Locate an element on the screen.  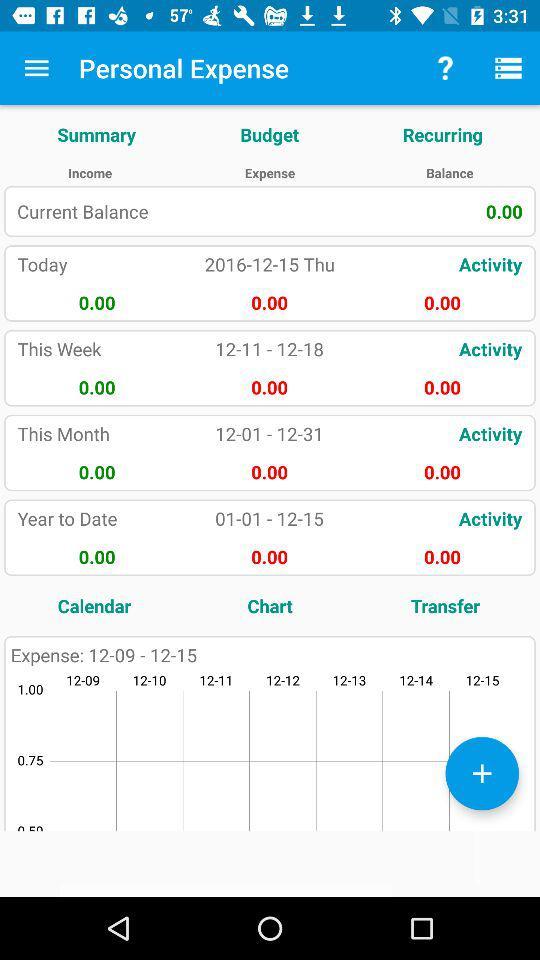
the item to the left of transfer icon is located at coordinates (270, 604).